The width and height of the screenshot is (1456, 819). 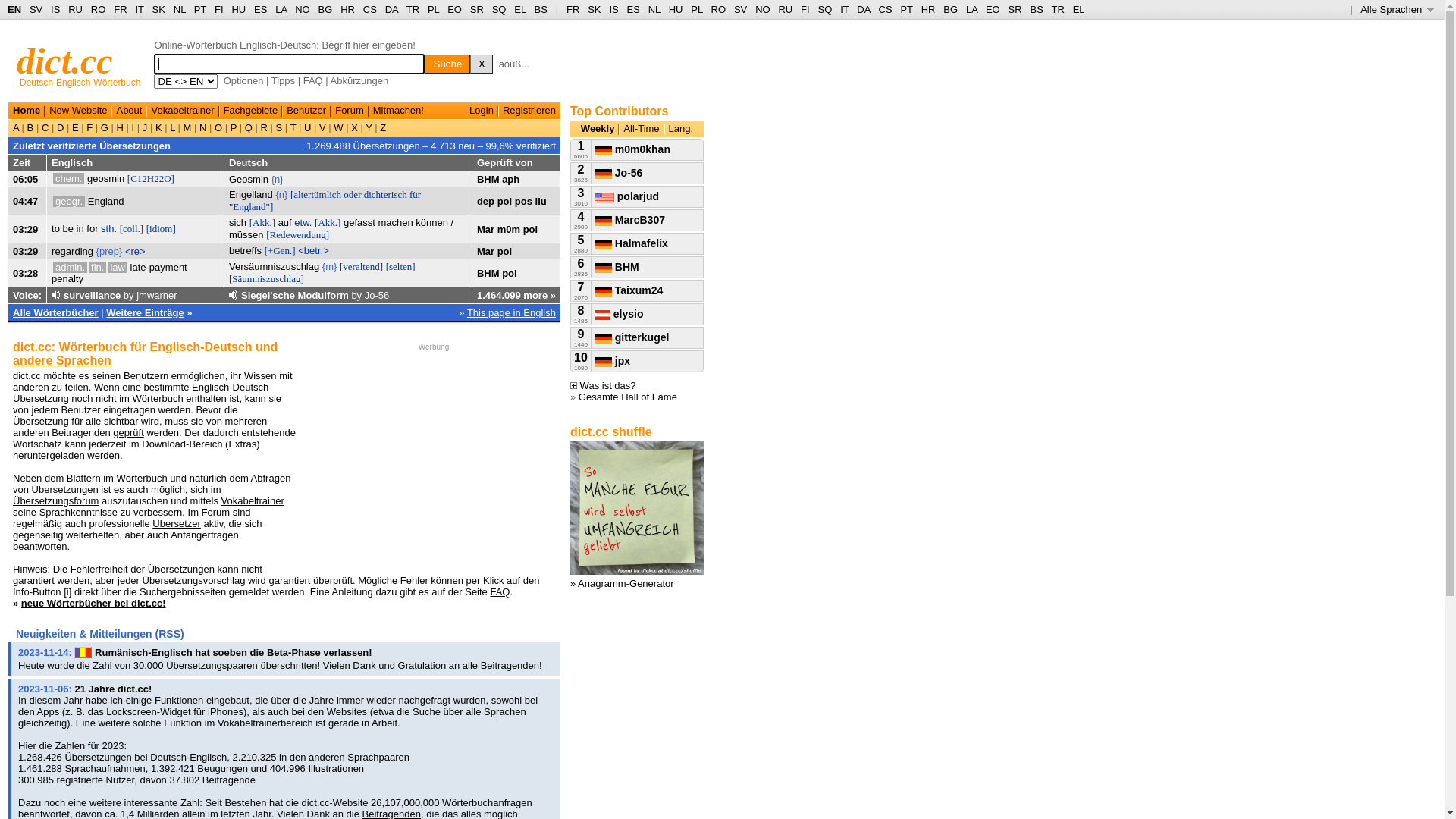 What do you see at coordinates (1015, 9) in the screenshot?
I see `'SR'` at bounding box center [1015, 9].